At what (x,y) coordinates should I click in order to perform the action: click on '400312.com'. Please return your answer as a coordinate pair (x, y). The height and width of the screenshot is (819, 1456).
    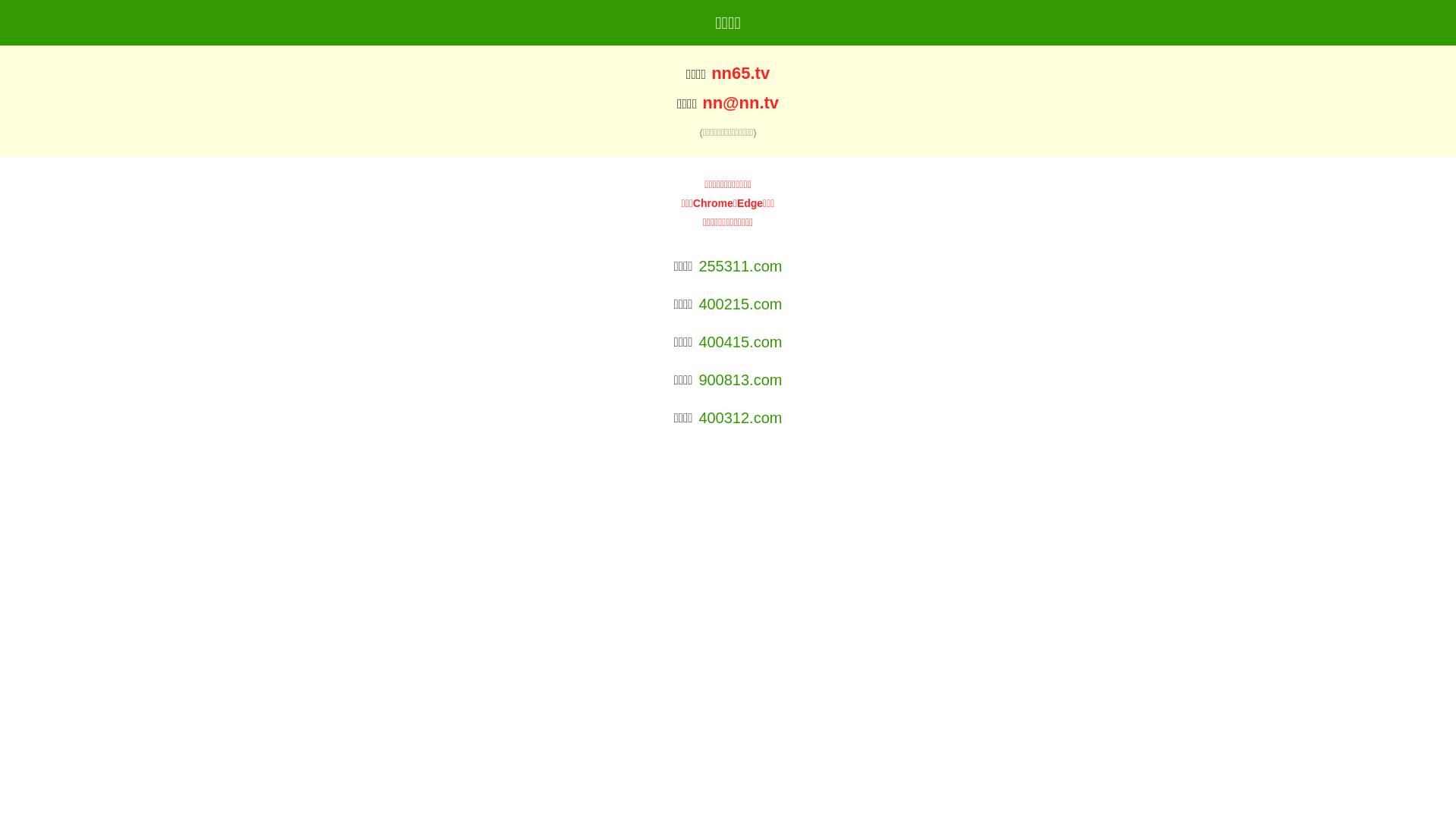
    Looking at the image, I should click on (739, 418).